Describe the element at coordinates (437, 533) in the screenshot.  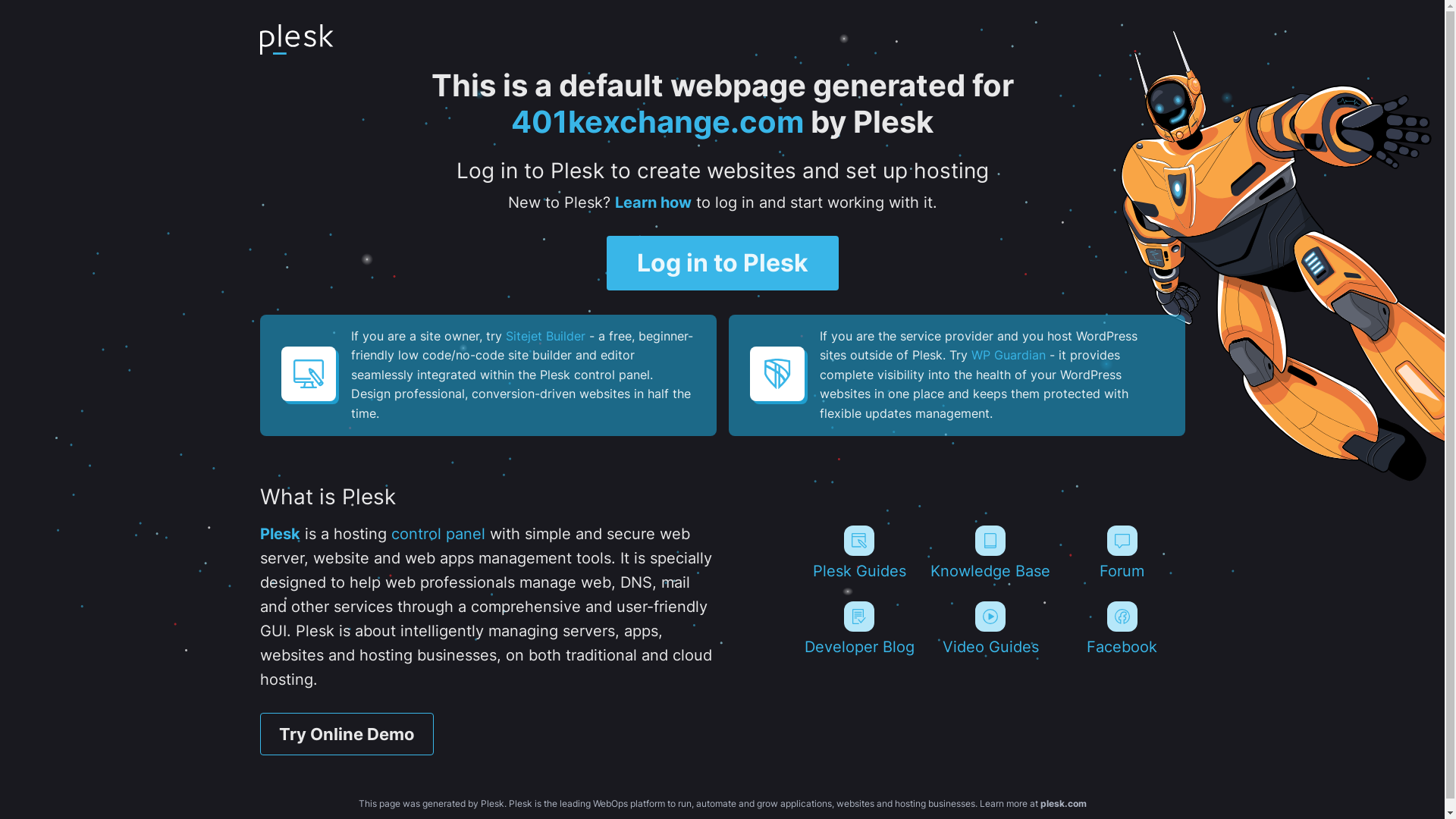
I see `'control panel'` at that location.